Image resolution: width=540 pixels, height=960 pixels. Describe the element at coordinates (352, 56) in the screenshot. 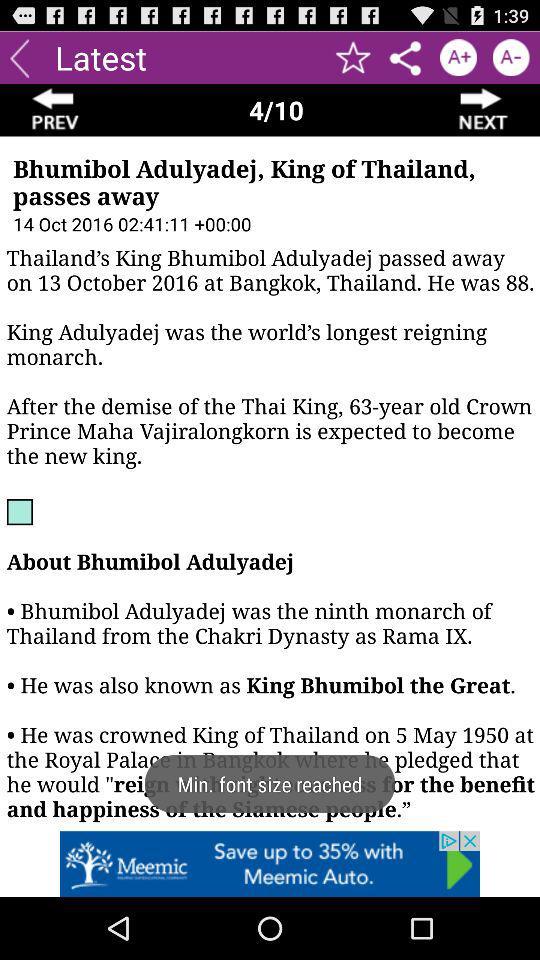

I see `favorite` at that location.